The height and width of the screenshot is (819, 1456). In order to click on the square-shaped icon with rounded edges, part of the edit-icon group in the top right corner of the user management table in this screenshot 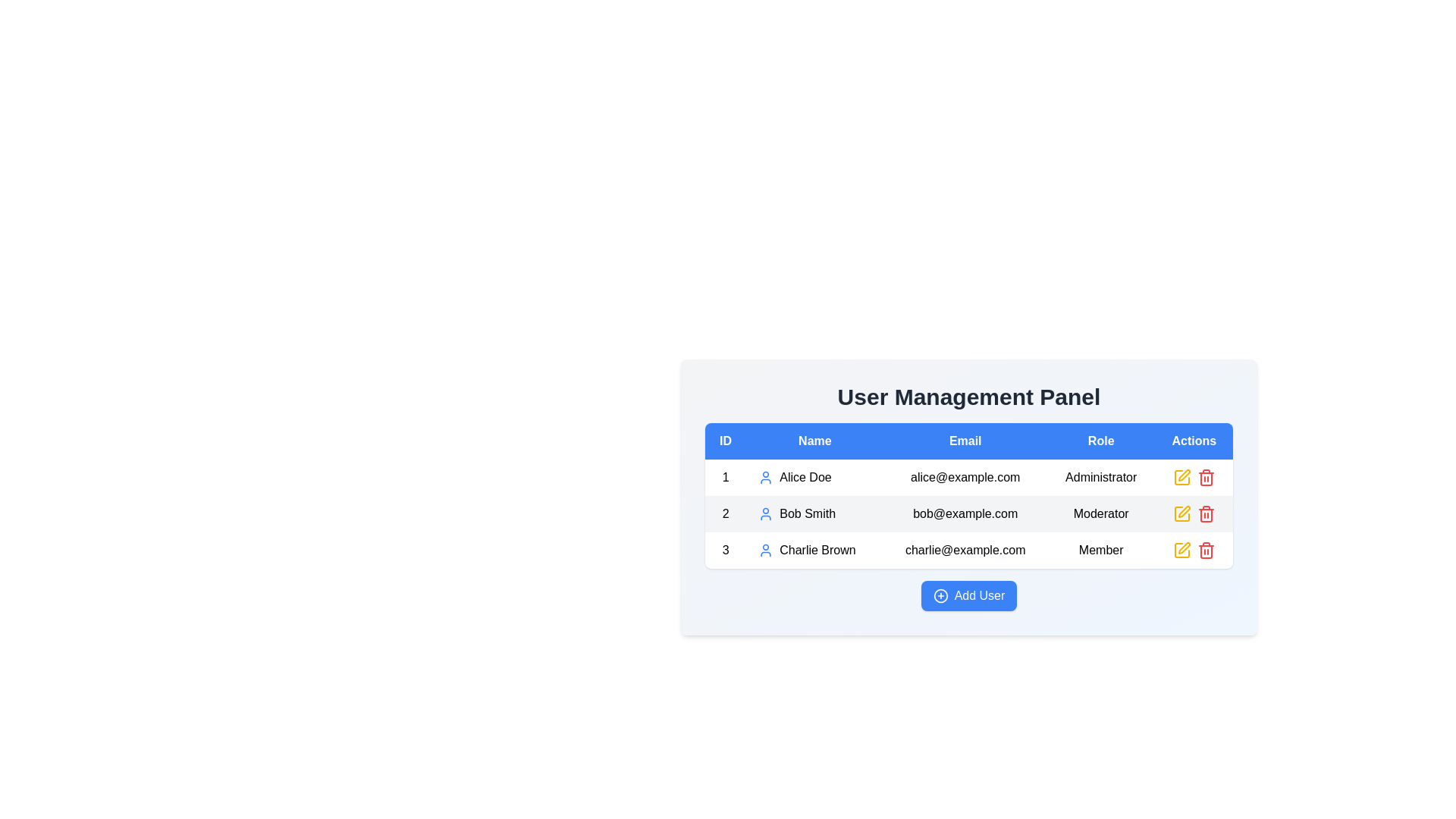, I will do `click(1181, 476)`.